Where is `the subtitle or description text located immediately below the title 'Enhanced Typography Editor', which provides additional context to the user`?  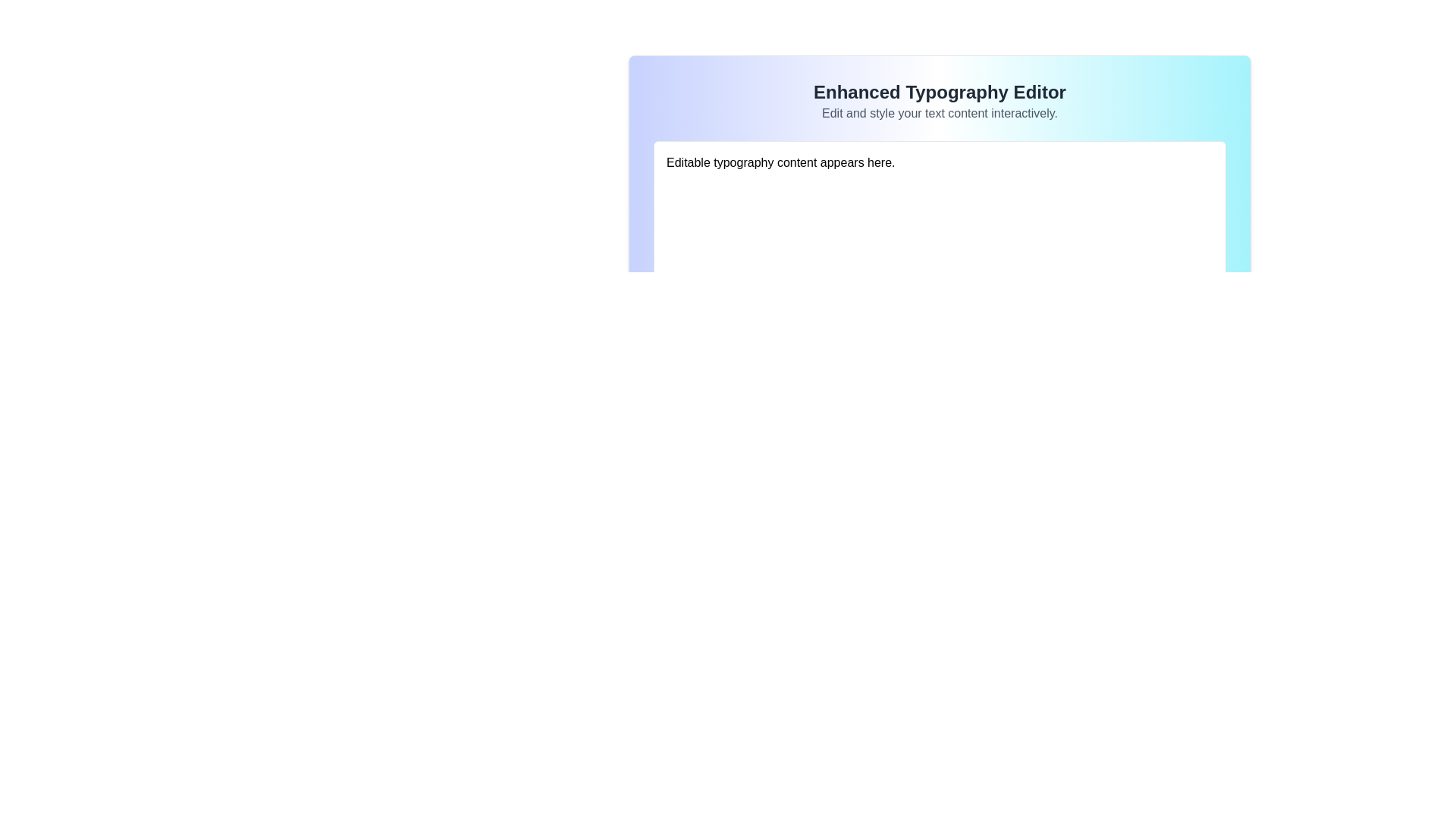
the subtitle or description text located immediately below the title 'Enhanced Typography Editor', which provides additional context to the user is located at coordinates (939, 113).